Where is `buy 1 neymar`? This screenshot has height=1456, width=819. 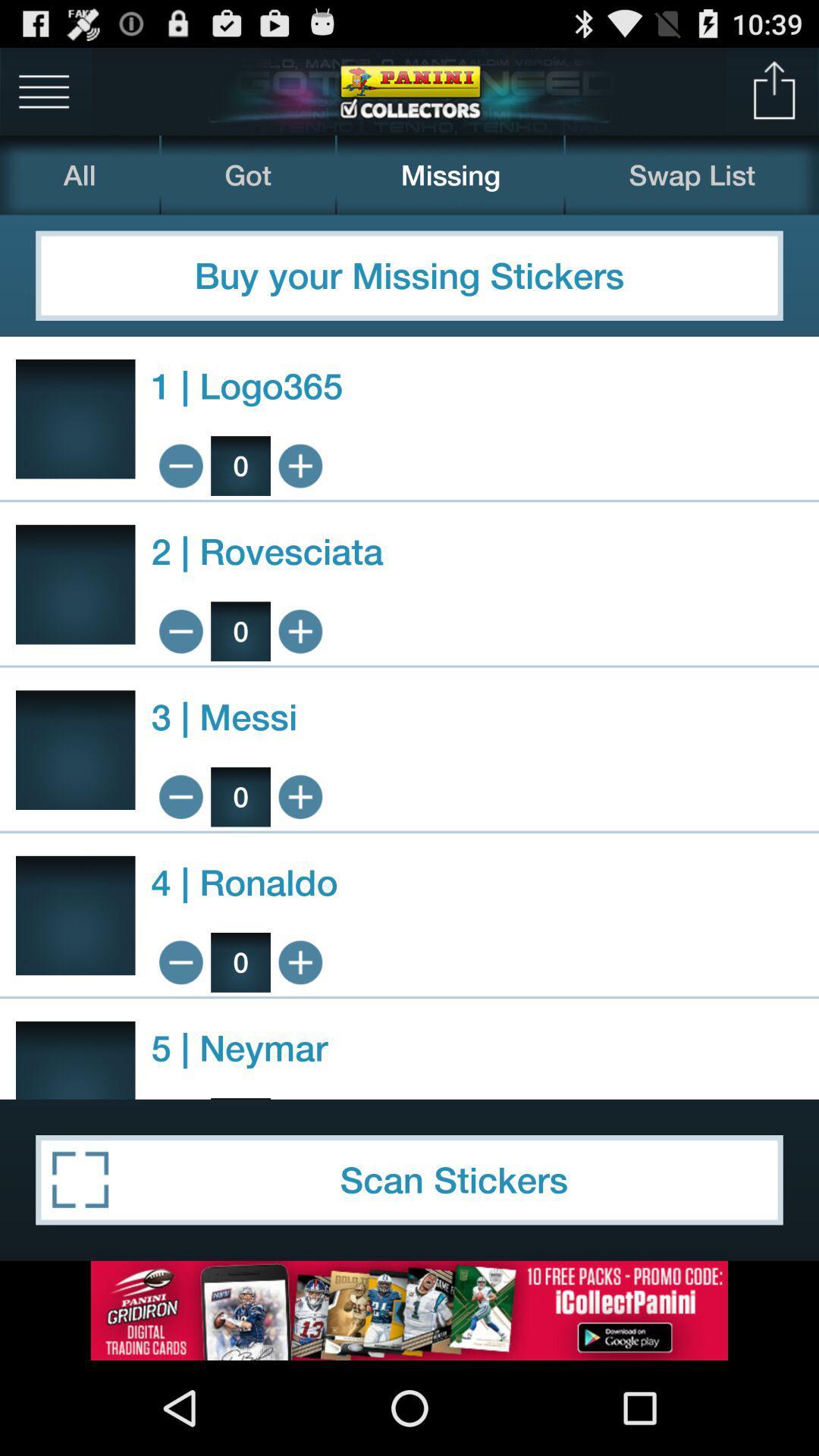
buy 1 neymar is located at coordinates (300, 1099).